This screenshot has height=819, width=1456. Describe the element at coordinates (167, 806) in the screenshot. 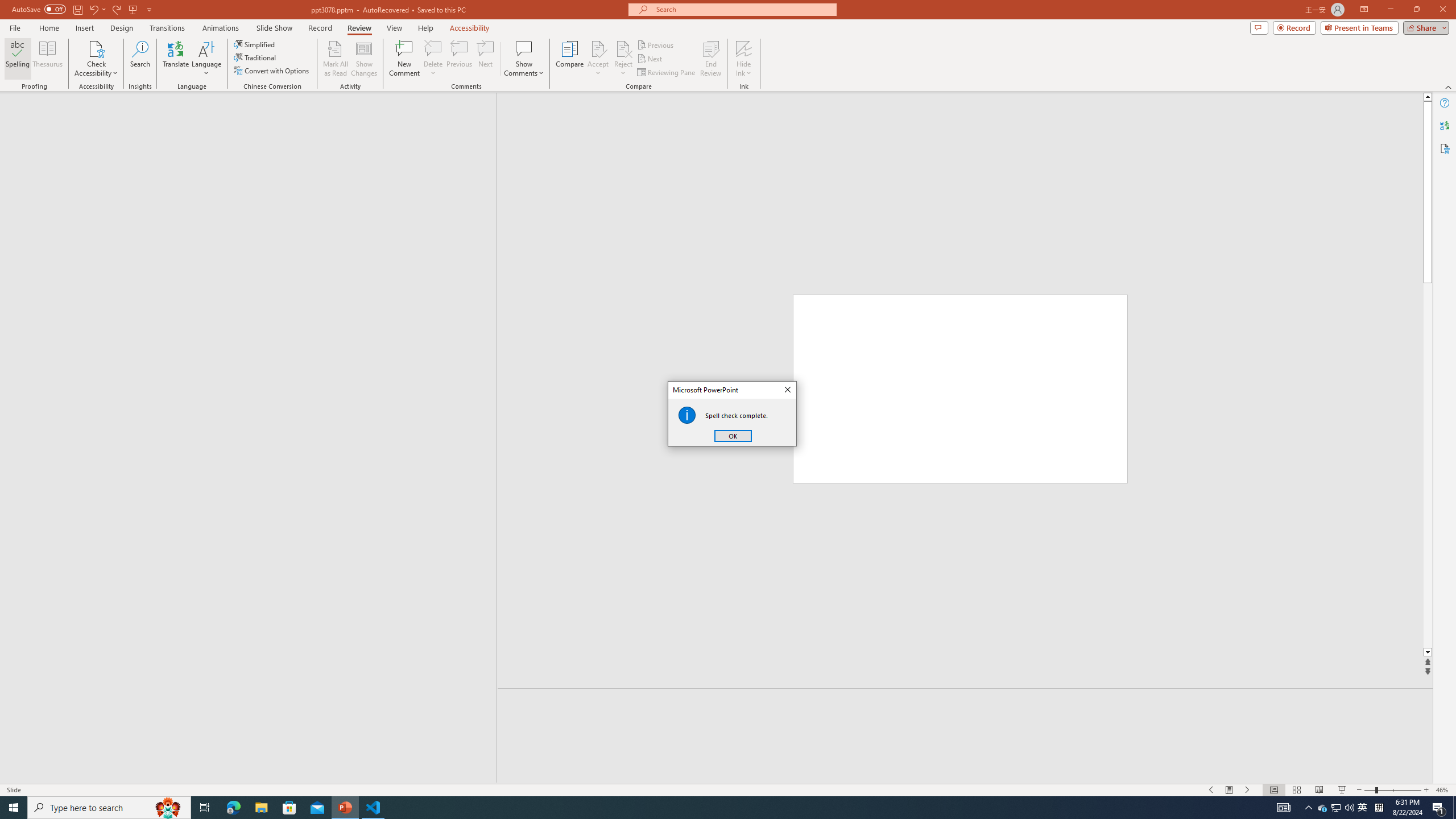

I see `'Search highlights icon opens search home window'` at that location.